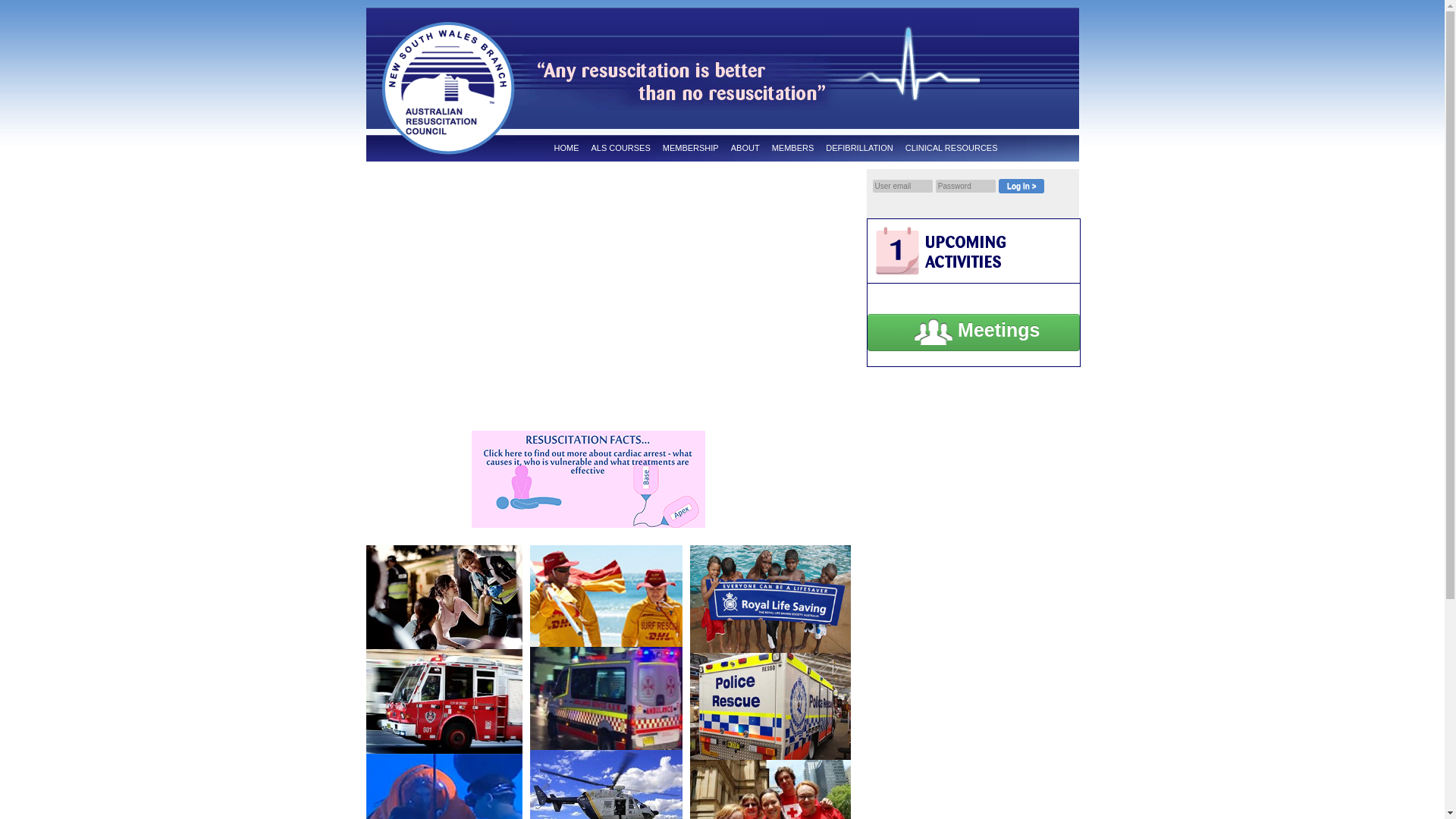 The width and height of the screenshot is (1456, 819). I want to click on 'MEMBERSHIP', so click(690, 148).